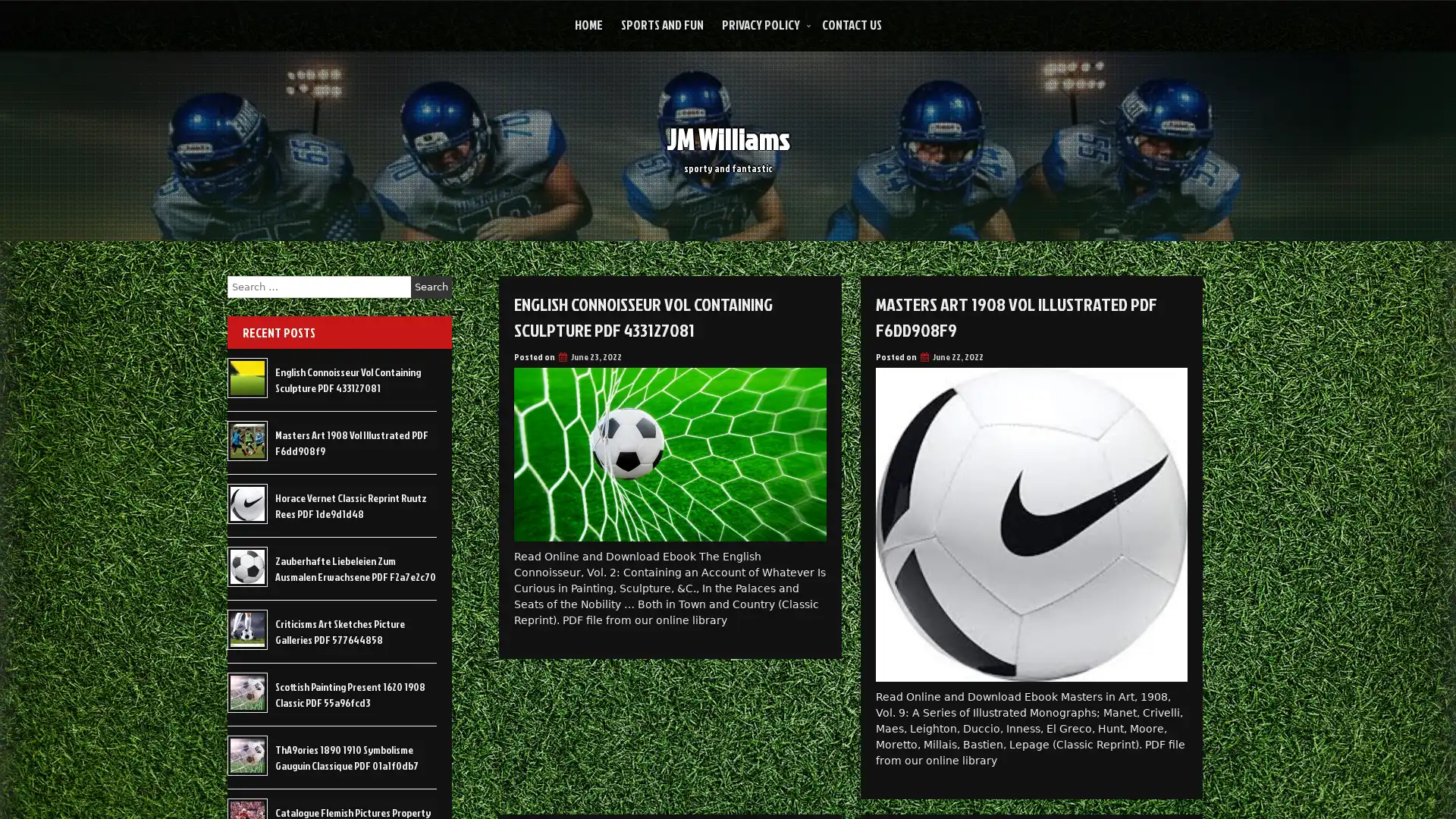 Image resolution: width=1456 pixels, height=819 pixels. Describe the element at coordinates (431, 287) in the screenshot. I see `Search` at that location.